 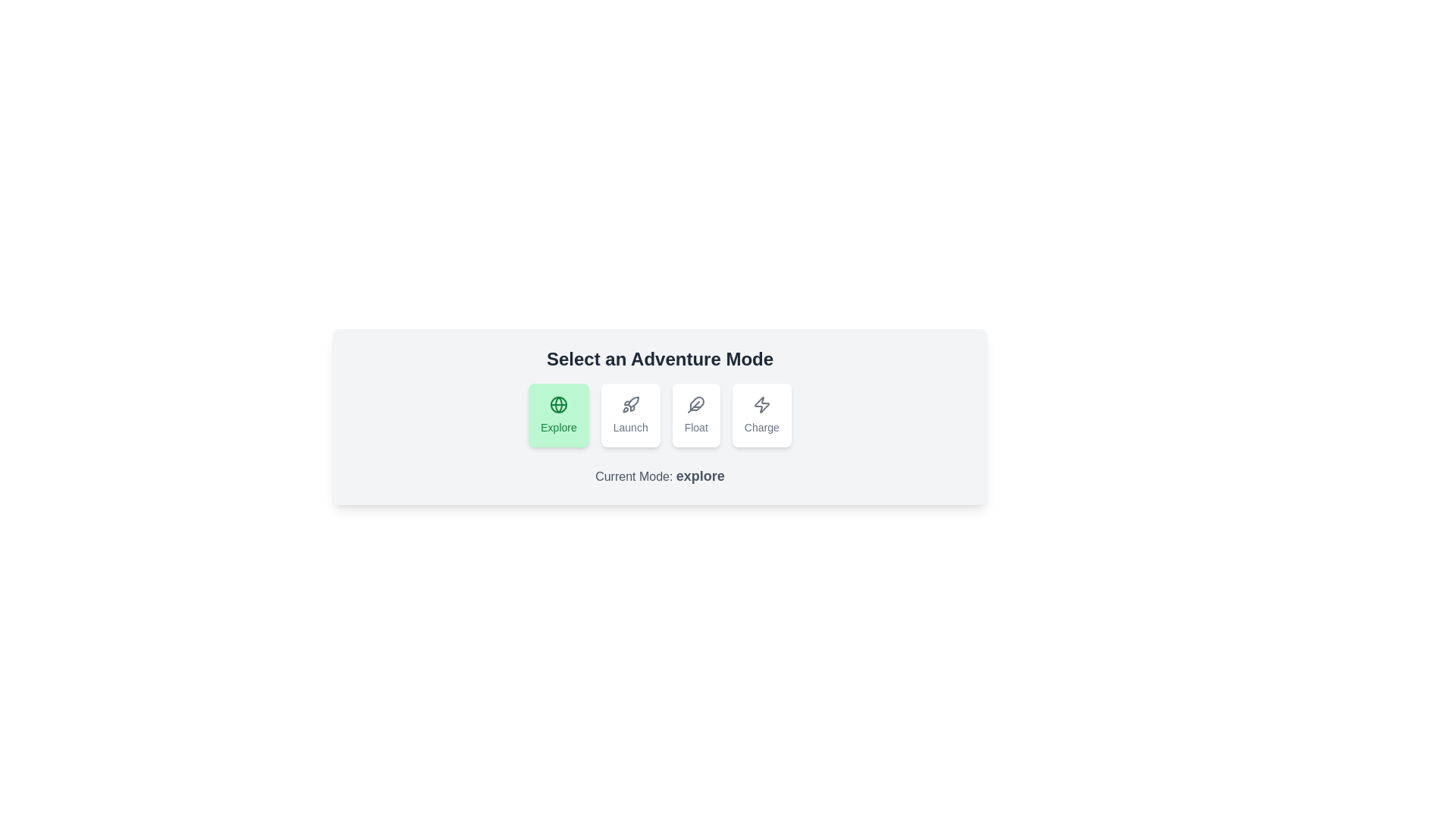 What do you see at coordinates (761, 415) in the screenshot?
I see `the mode charge by clicking its respective button` at bounding box center [761, 415].